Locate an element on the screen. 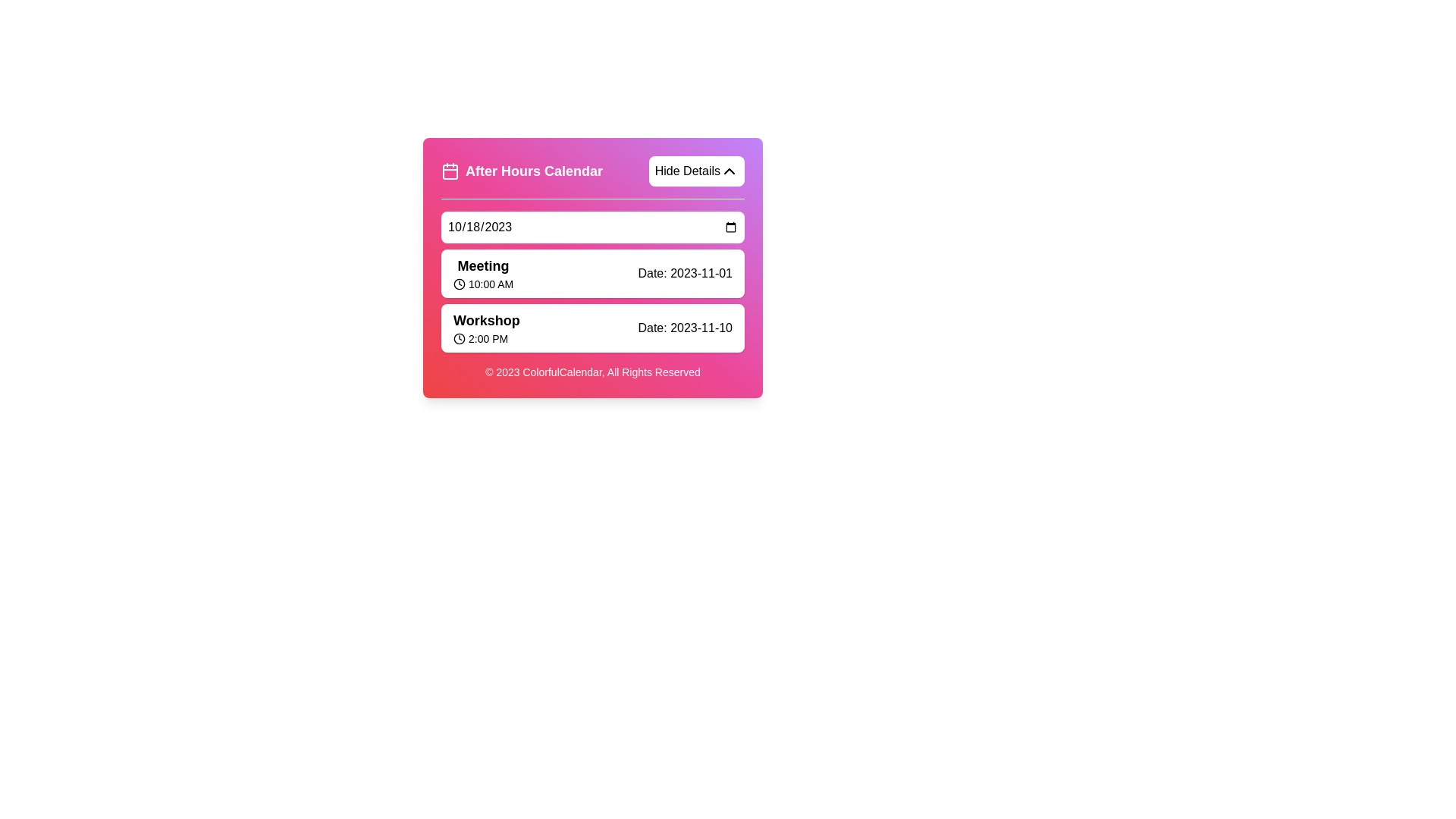 This screenshot has width=1456, height=819. the small clock icon located to the left of the text '10:00 AM' in the second entry of the list under the heading 'Meeting' is located at coordinates (458, 284).